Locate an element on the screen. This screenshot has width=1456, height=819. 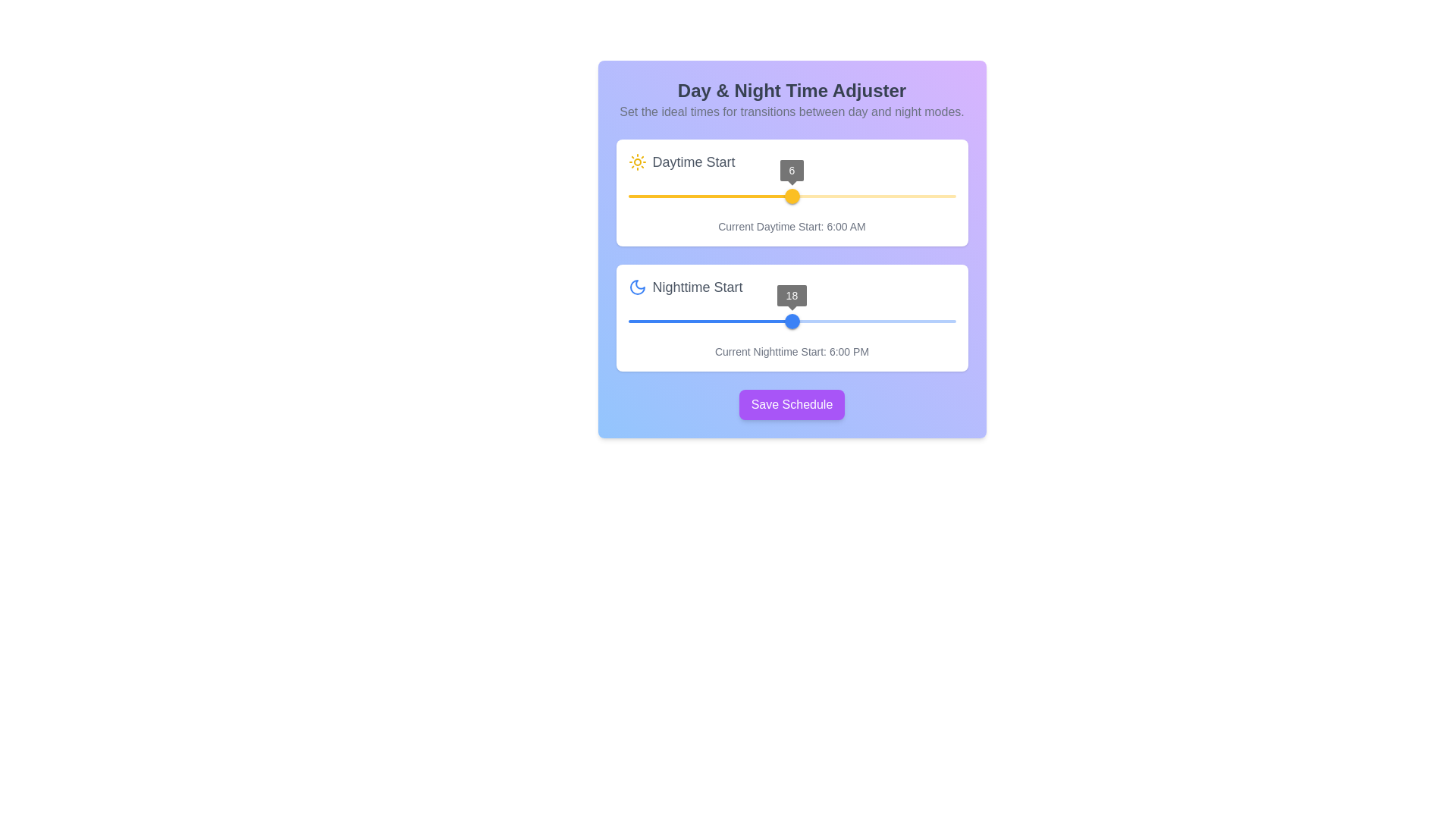
the text label indicating the daytime start configuration setting for reference is located at coordinates (791, 162).